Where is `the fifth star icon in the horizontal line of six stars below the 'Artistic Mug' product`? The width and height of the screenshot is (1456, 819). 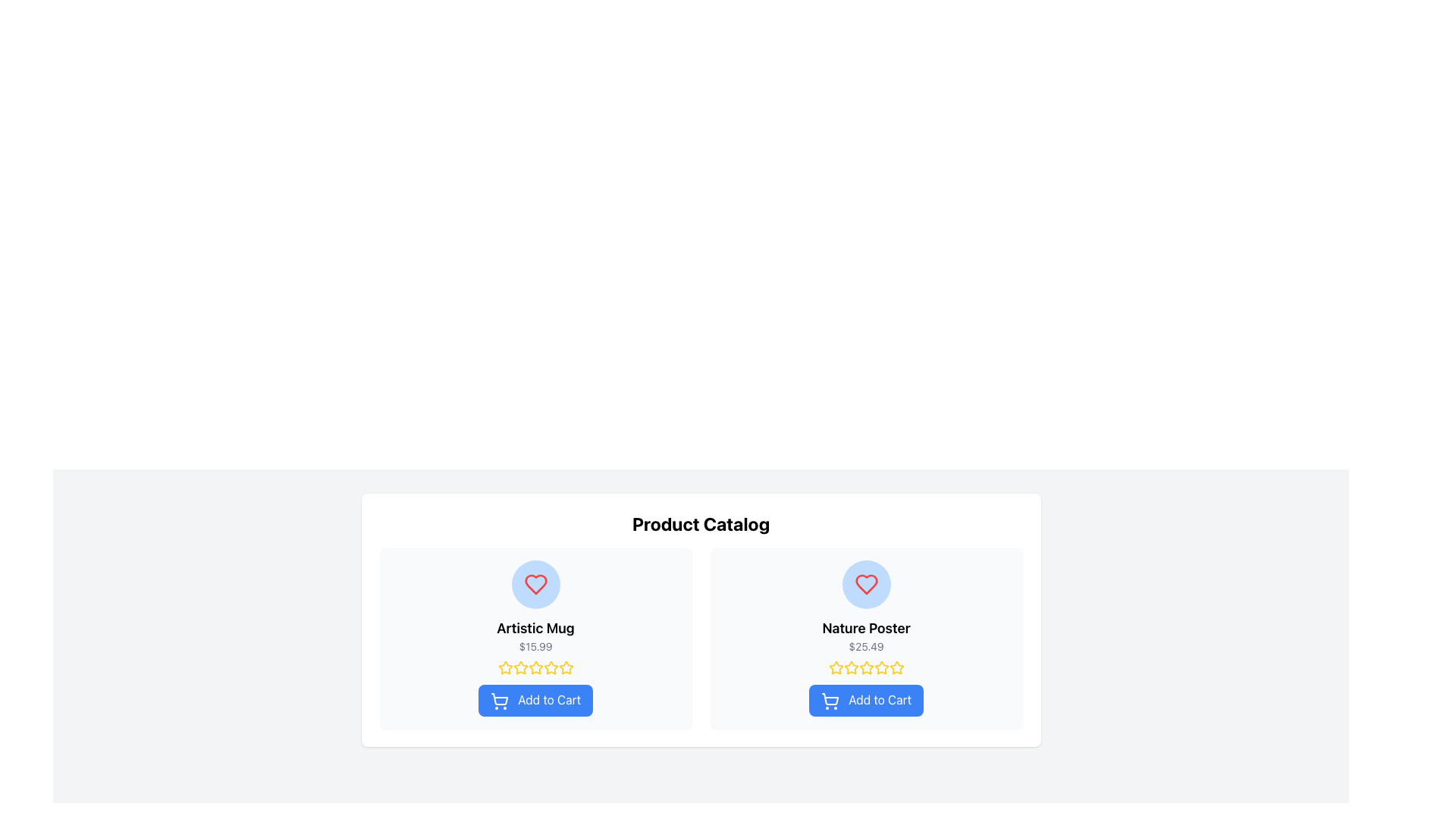 the fifth star icon in the horizontal line of six stars below the 'Artistic Mug' product is located at coordinates (550, 667).